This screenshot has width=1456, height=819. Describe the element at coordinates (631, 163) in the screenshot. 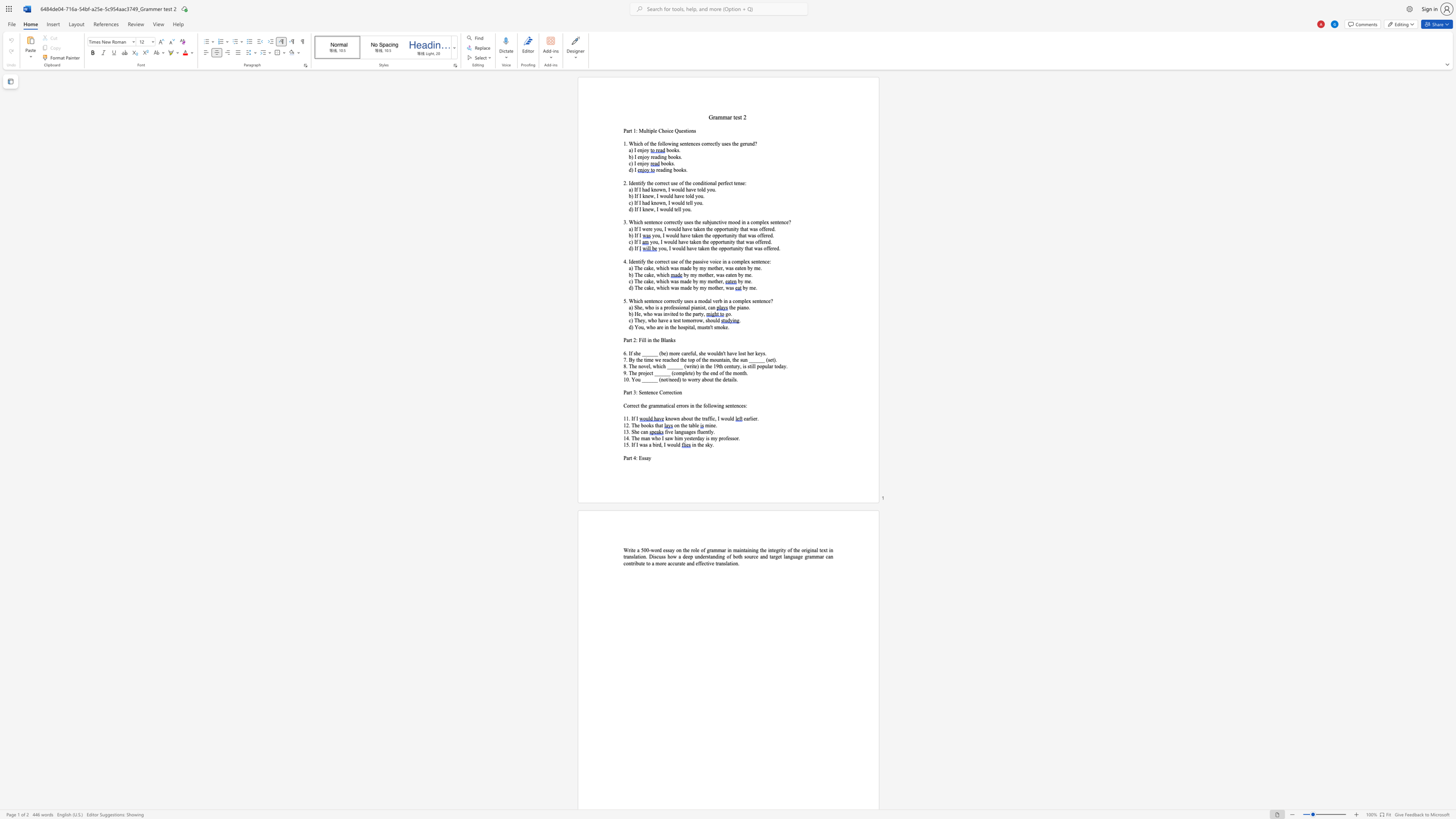

I see `the space between the continuous character "c" and ")" in the text` at that location.